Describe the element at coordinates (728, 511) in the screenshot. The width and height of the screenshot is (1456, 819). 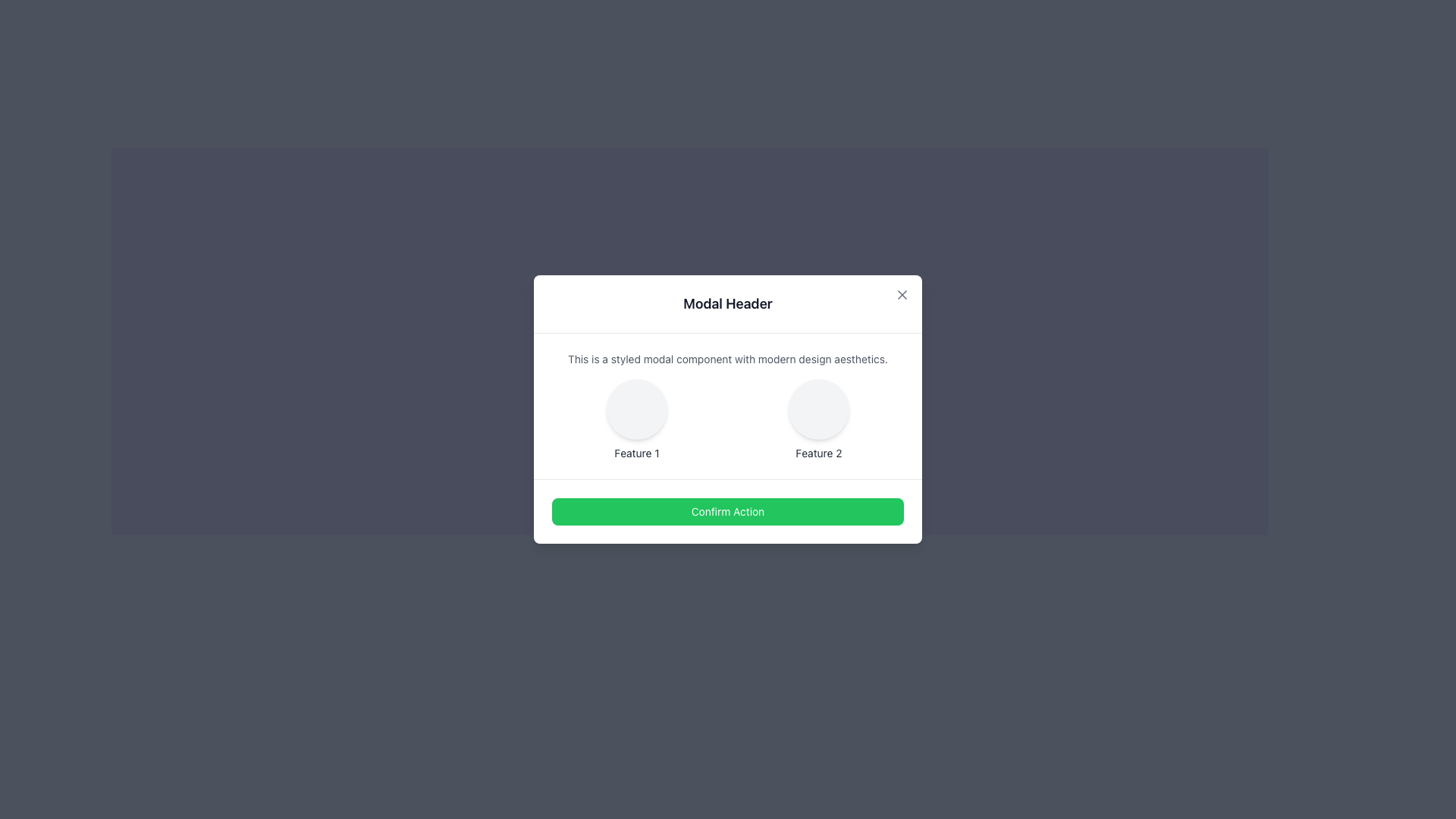
I see `the green button labeled 'Confirm Action' located at the bottom of the modal dialog to observe the hover effect` at that location.